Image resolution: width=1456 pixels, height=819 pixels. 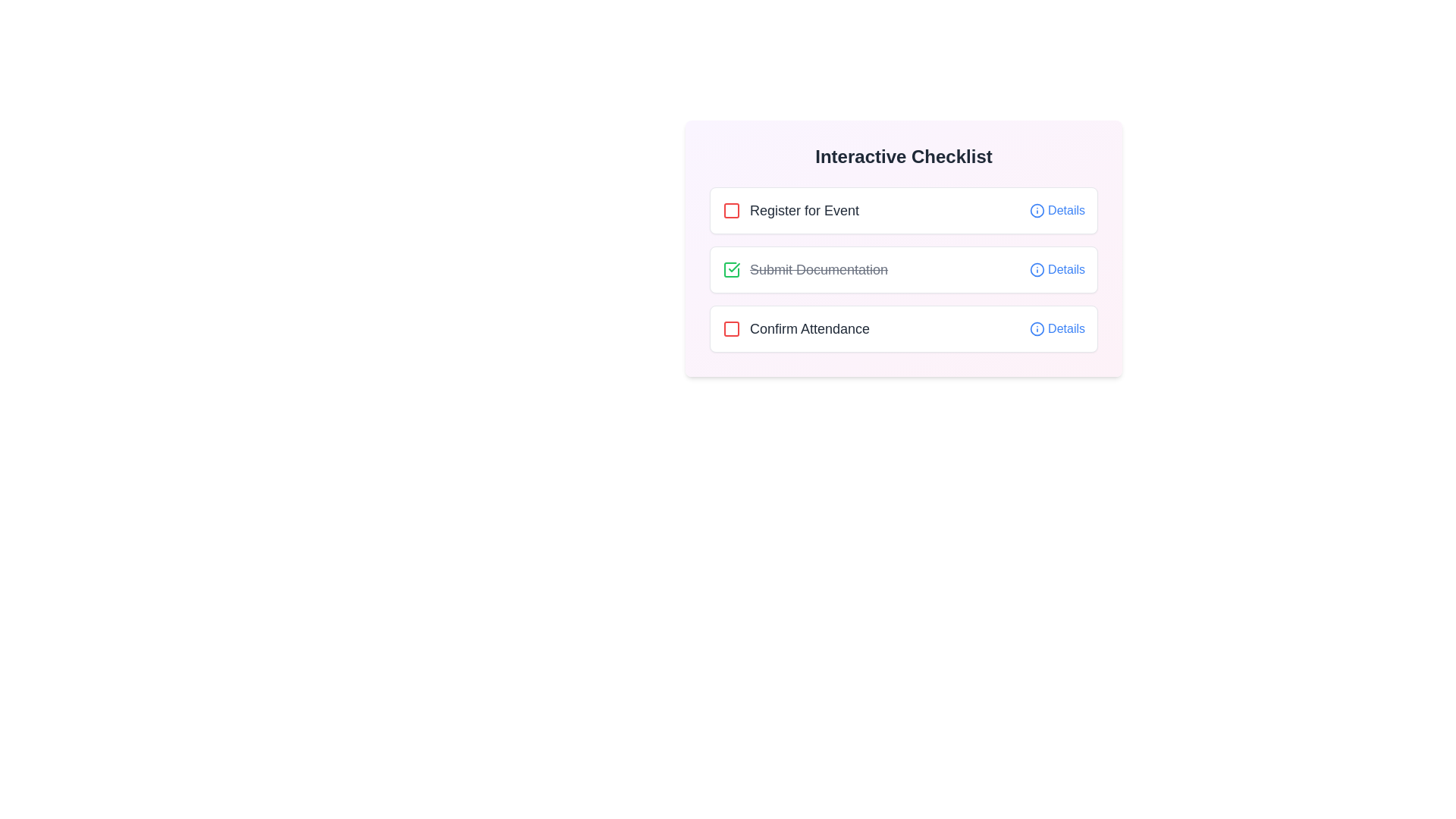 What do you see at coordinates (903, 328) in the screenshot?
I see `the checkbox of the List item labeled 'Confirm Attendance' to mark attendance` at bounding box center [903, 328].